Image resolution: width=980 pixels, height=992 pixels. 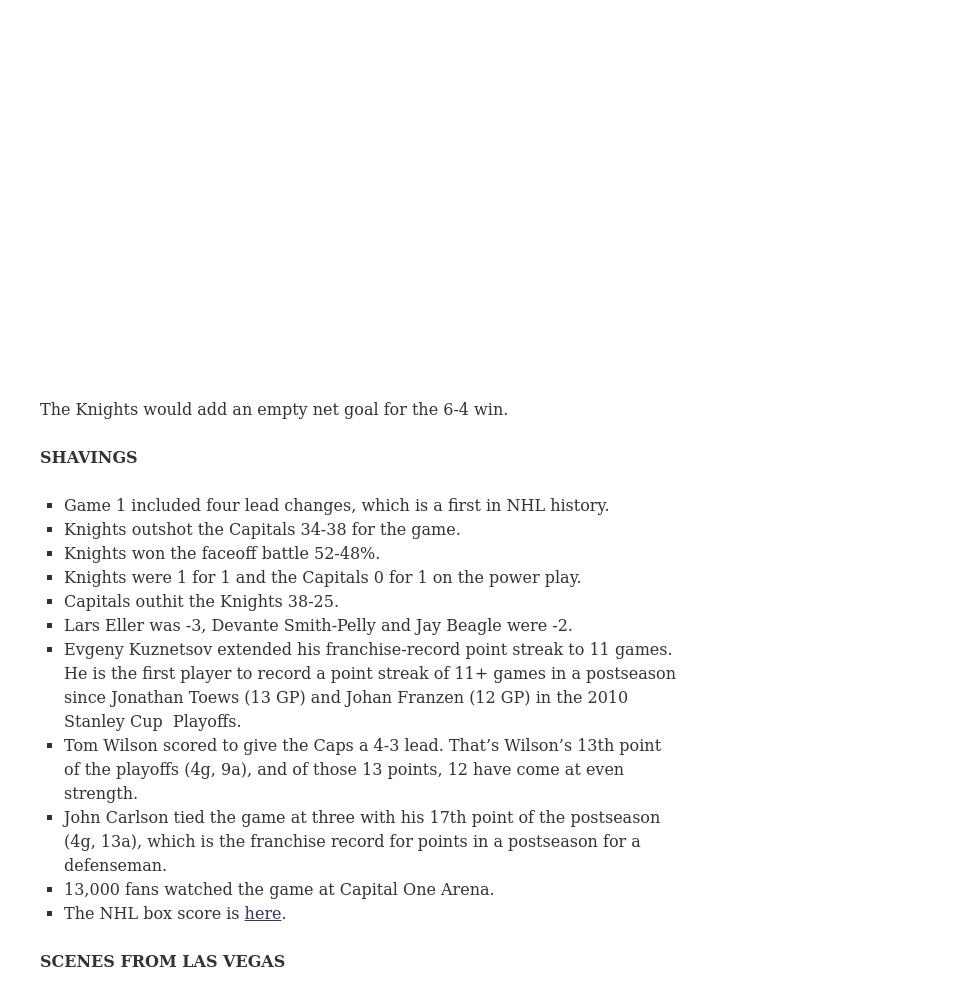 I want to click on '.', so click(x=283, y=912).